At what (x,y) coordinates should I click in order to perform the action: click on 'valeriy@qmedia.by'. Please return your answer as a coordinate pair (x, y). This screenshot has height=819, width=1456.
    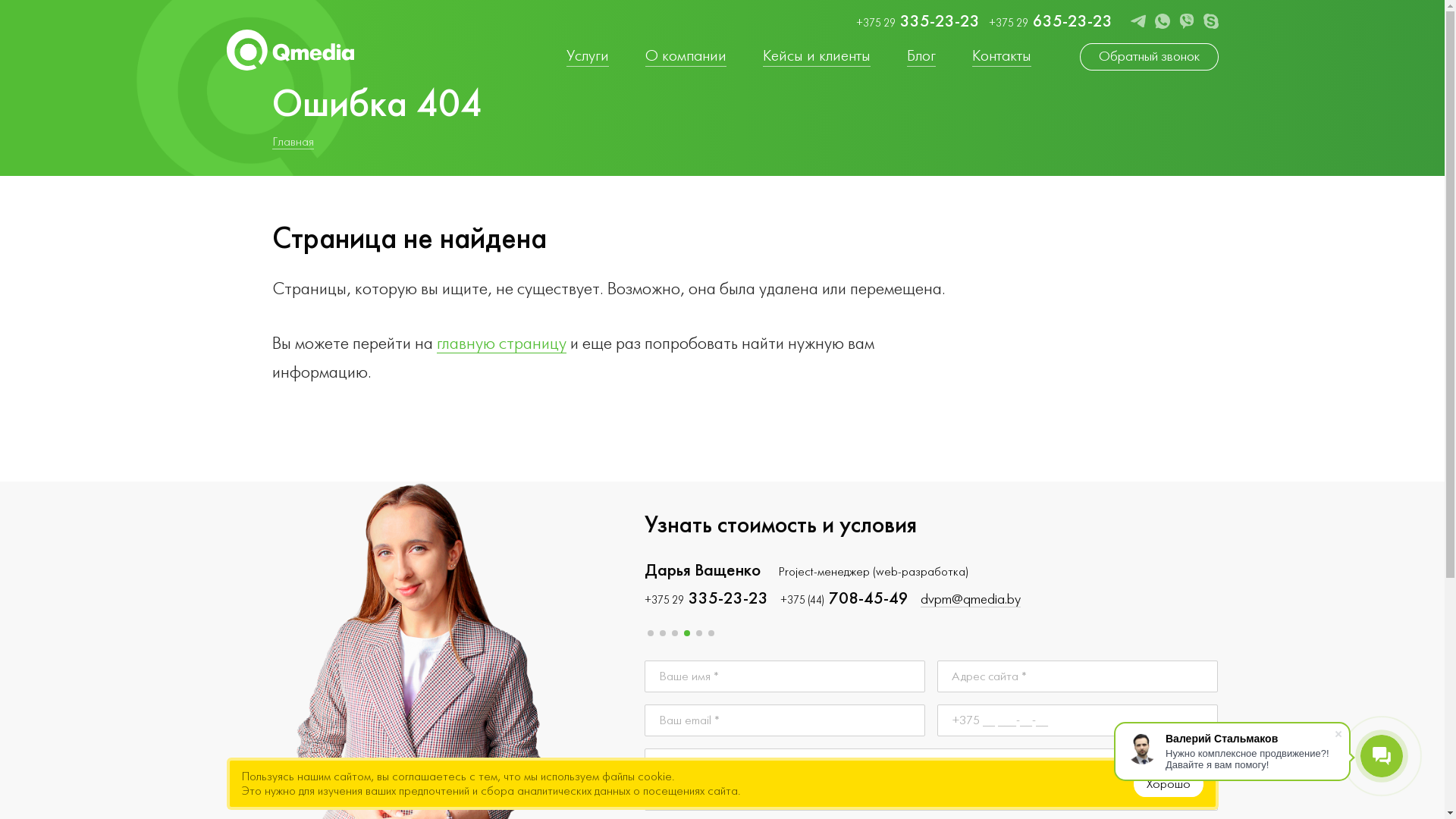
    Looking at the image, I should click on (915, 598).